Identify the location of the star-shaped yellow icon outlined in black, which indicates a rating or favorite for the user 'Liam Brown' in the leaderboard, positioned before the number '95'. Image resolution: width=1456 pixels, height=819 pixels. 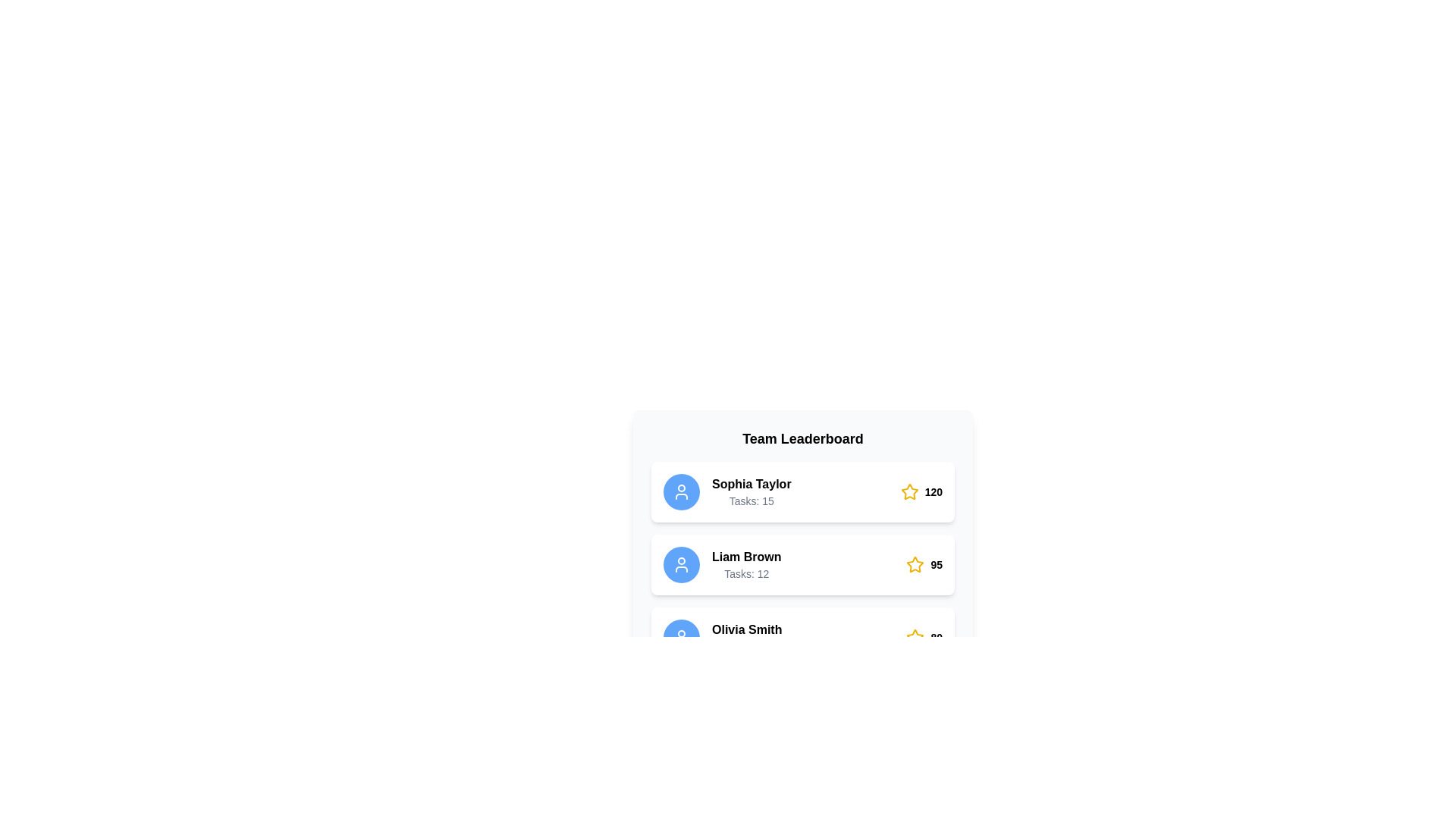
(915, 564).